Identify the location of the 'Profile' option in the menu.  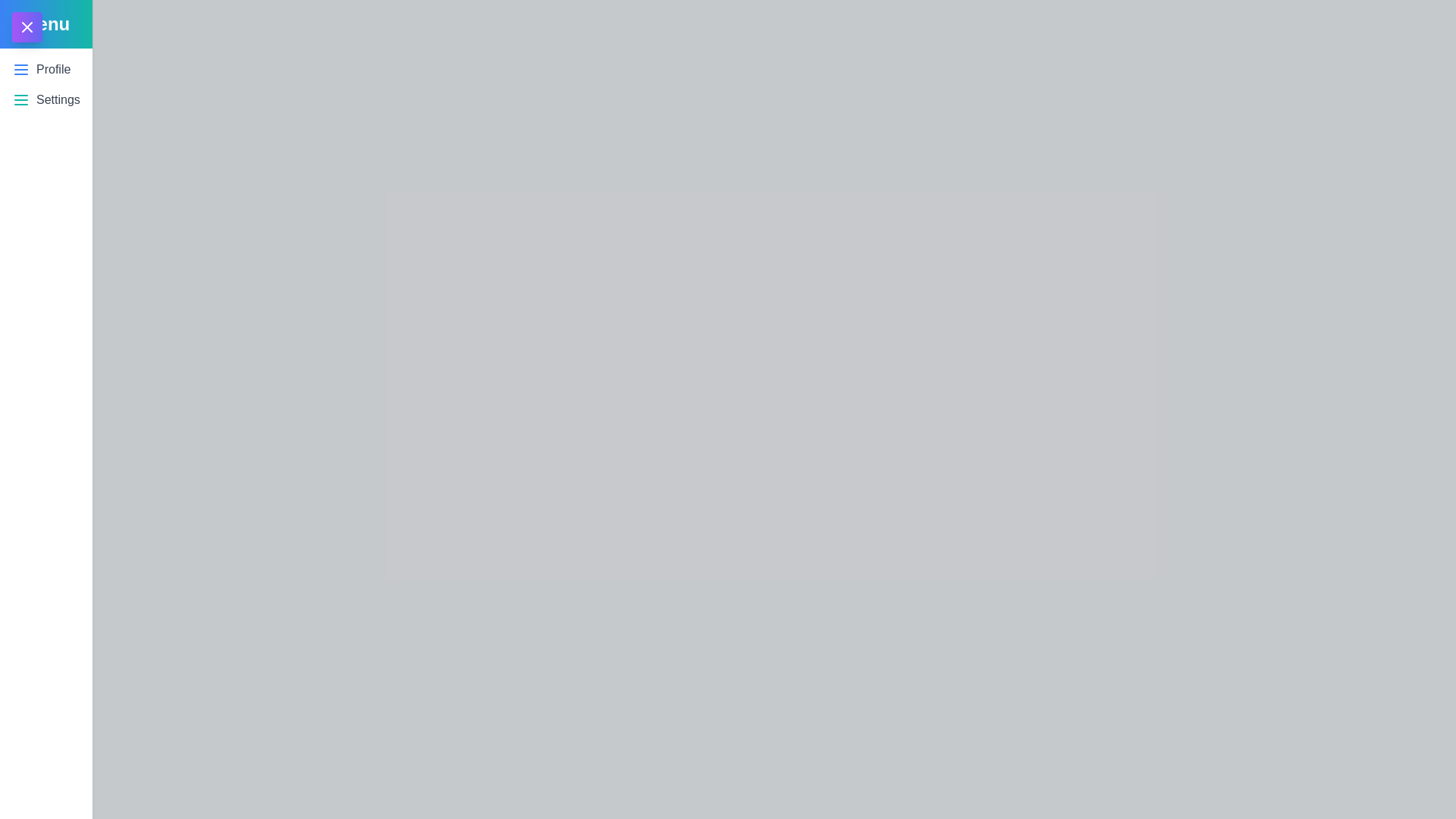
(53, 70).